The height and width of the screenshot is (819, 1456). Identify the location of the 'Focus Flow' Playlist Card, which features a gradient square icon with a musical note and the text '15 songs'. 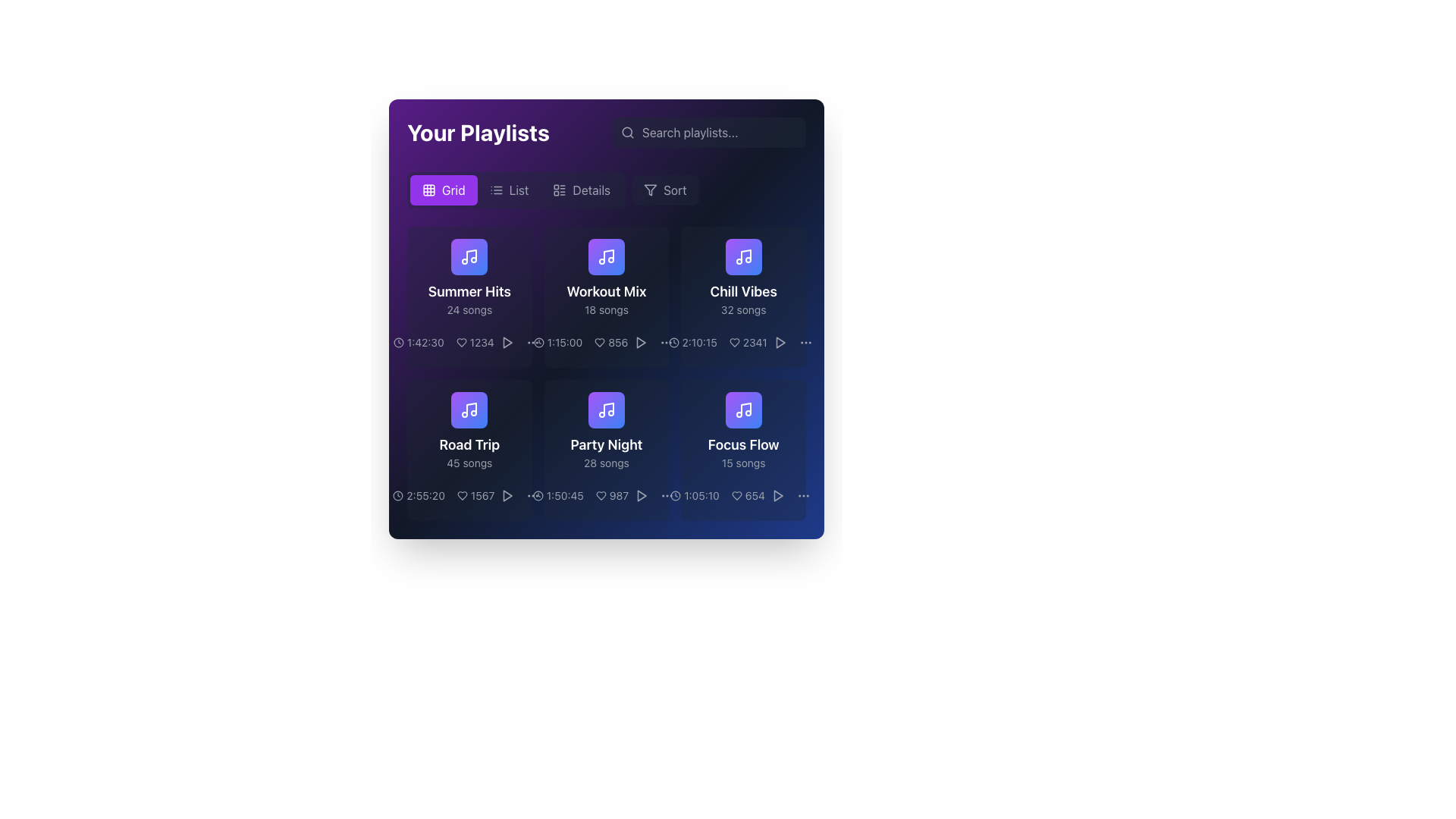
(743, 431).